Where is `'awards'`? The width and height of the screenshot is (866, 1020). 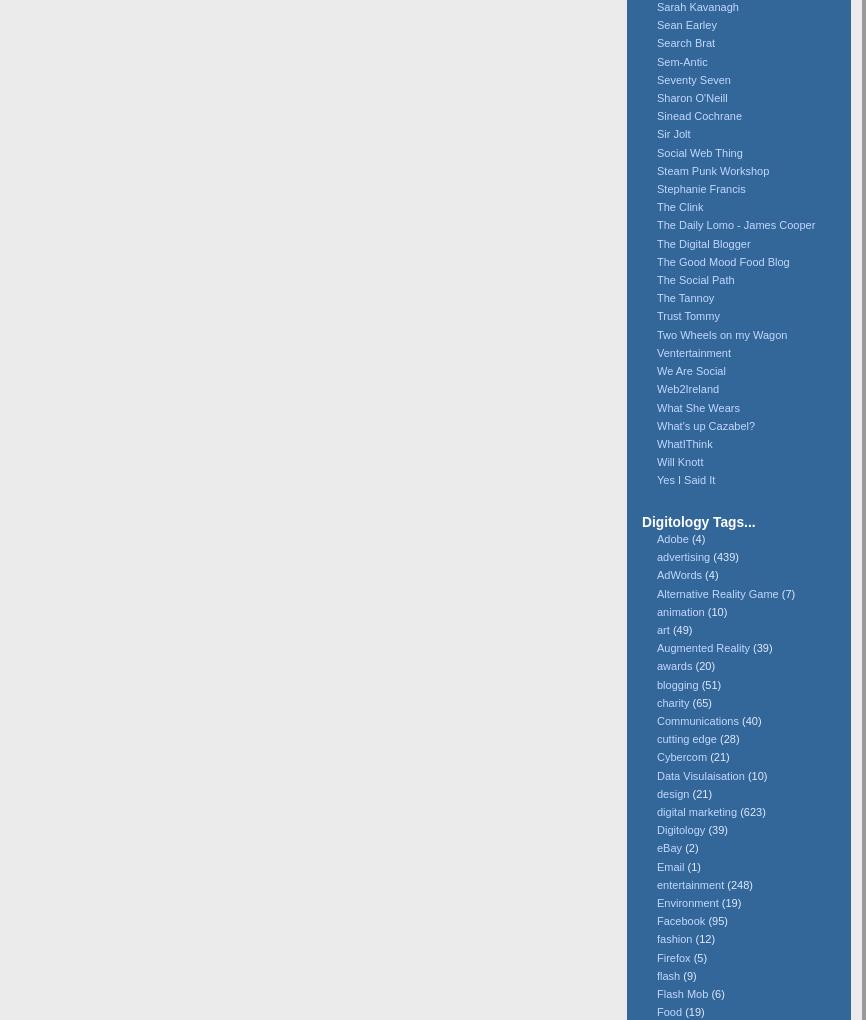 'awards' is located at coordinates (673, 665).